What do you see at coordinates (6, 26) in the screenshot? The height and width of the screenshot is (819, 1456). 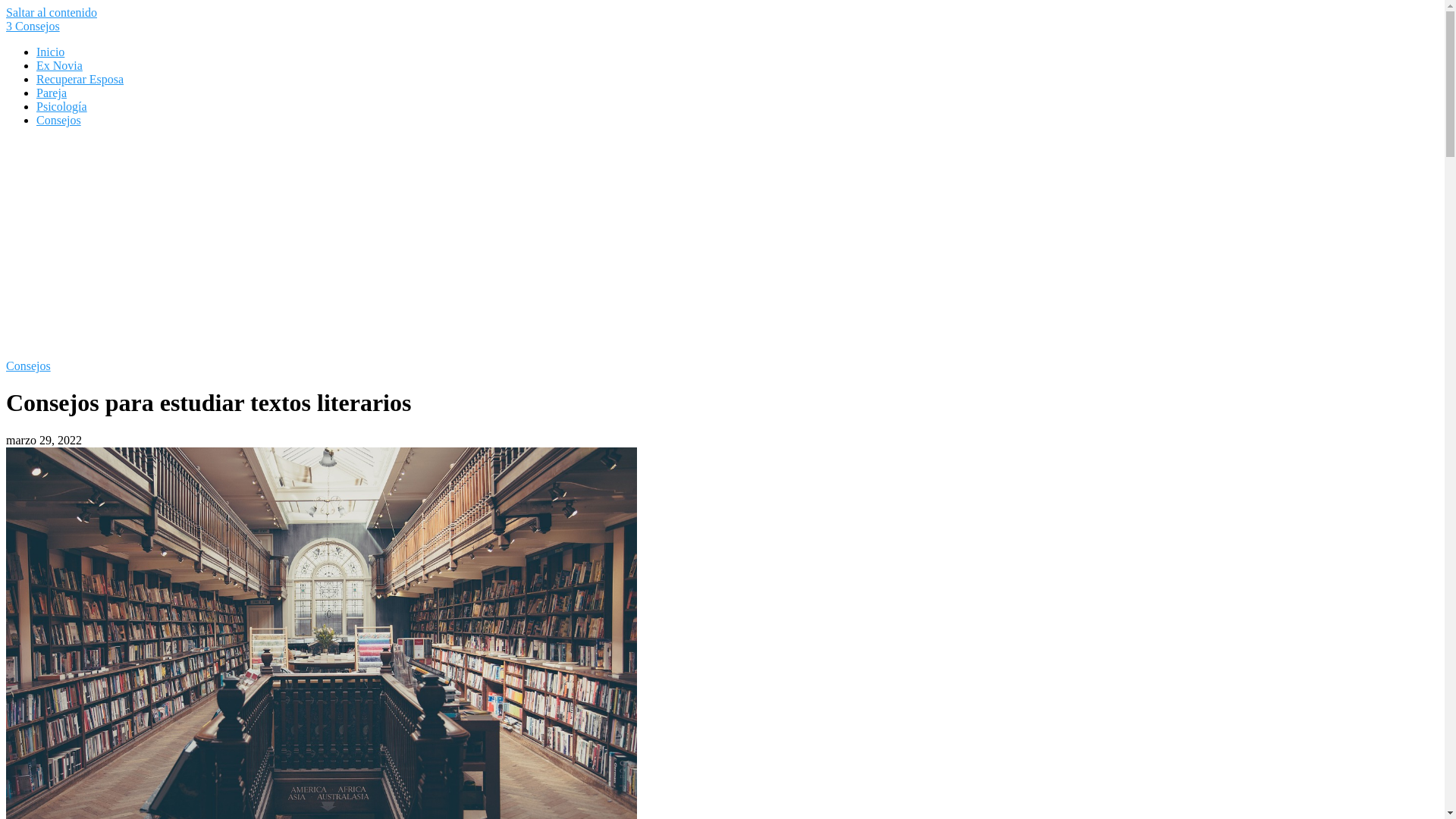 I see `'3 Consejos'` at bounding box center [6, 26].